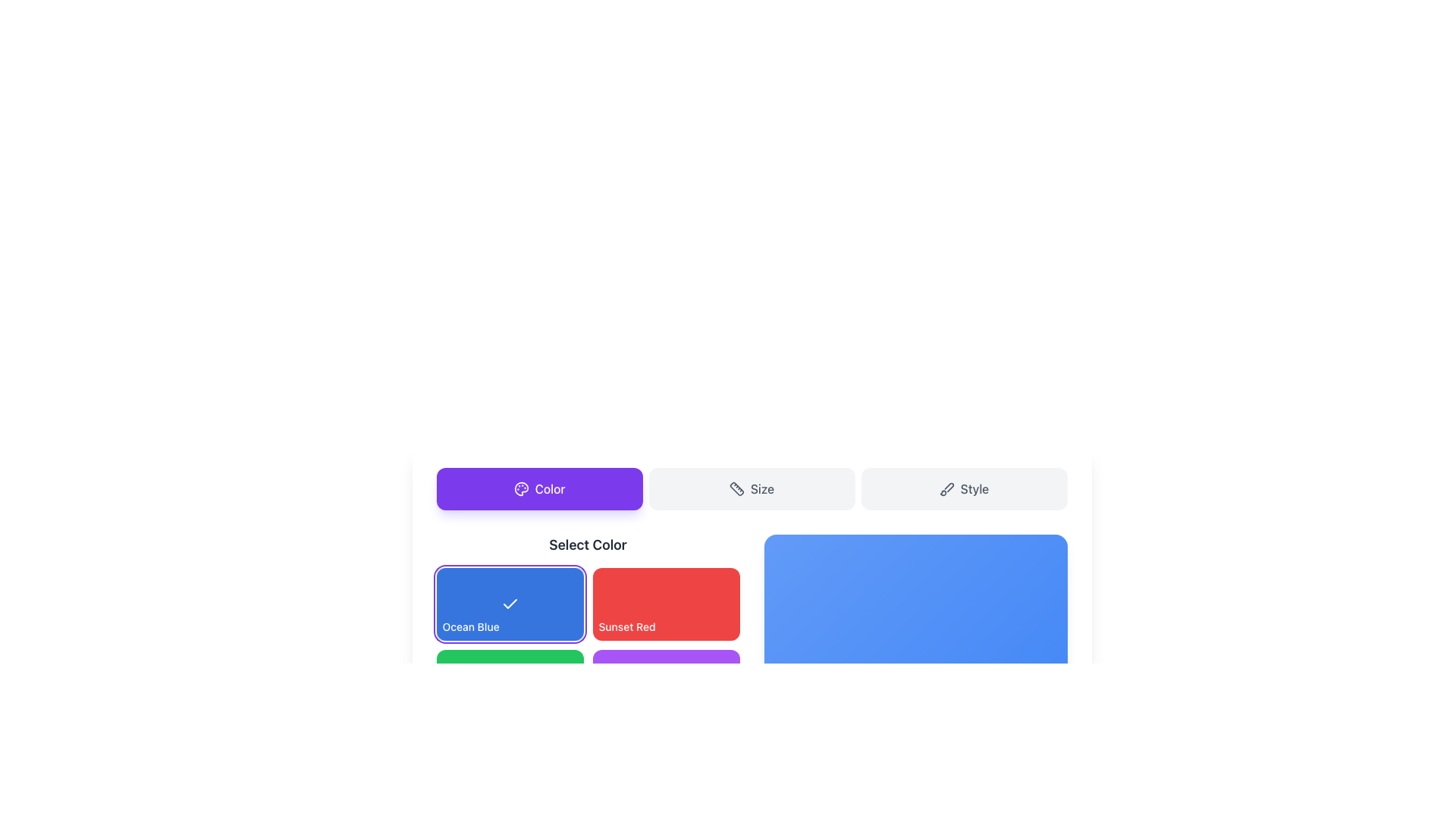 This screenshot has height=819, width=1456. I want to click on text label displaying 'Style' located in the third button of a horizontal set of buttons in the top-right part of the interface to understand the button's purpose, so click(974, 488).